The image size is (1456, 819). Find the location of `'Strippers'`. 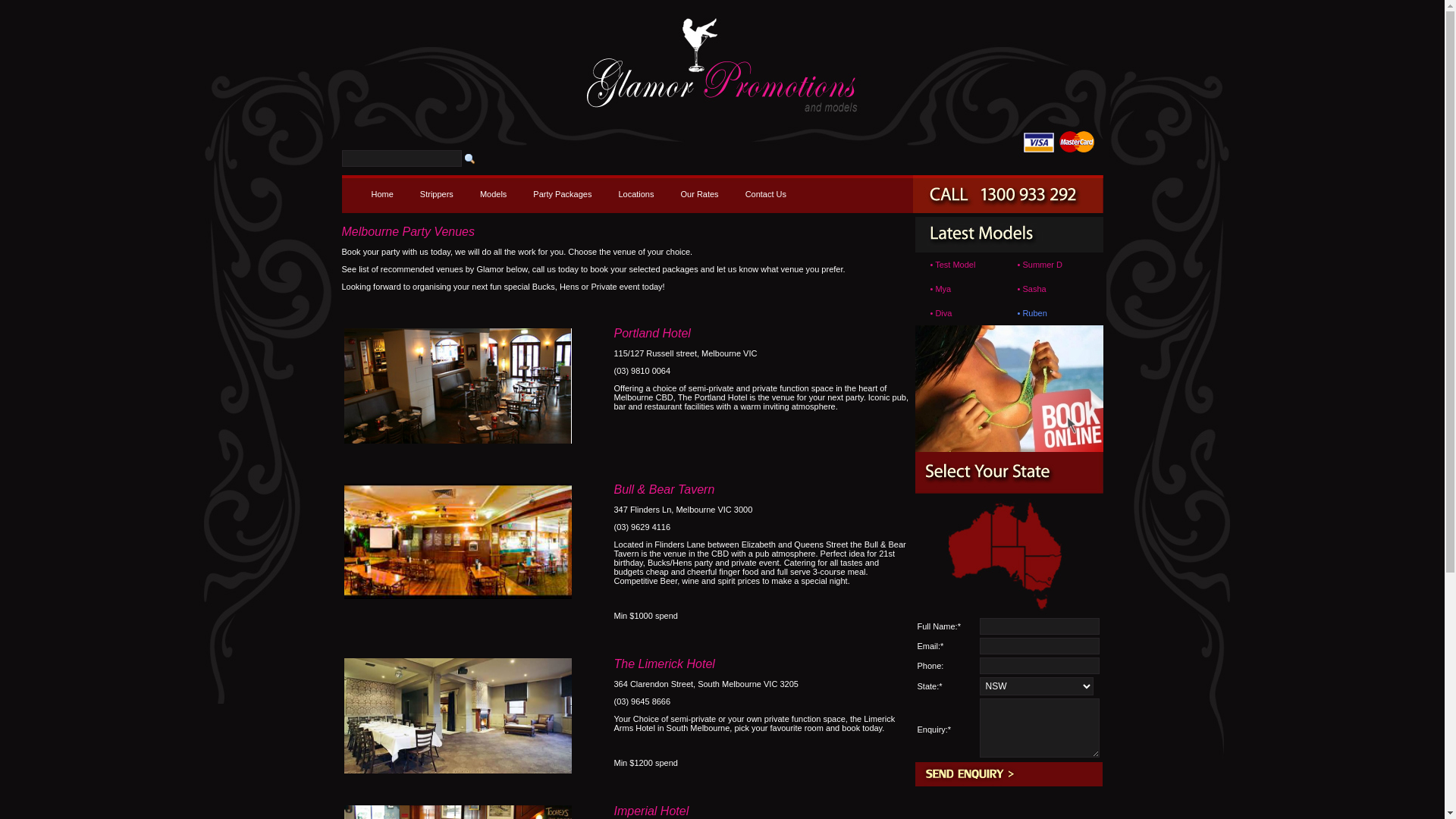

'Strippers' is located at coordinates (411, 193).